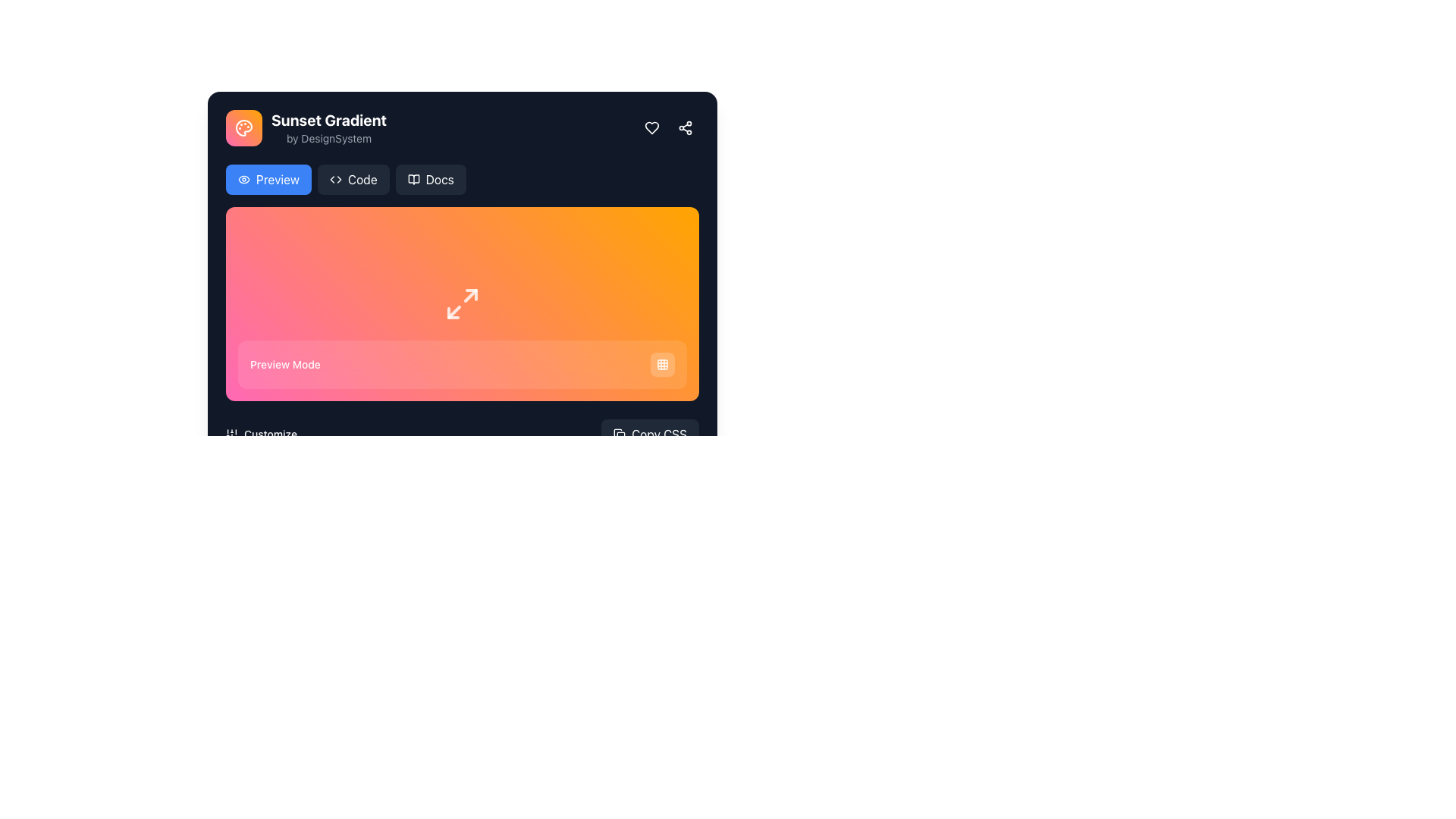 The image size is (1456, 819). Describe the element at coordinates (662, 365) in the screenshot. I see `the interactive button containing the 3x3 grid pattern icon in the top-right section` at that location.